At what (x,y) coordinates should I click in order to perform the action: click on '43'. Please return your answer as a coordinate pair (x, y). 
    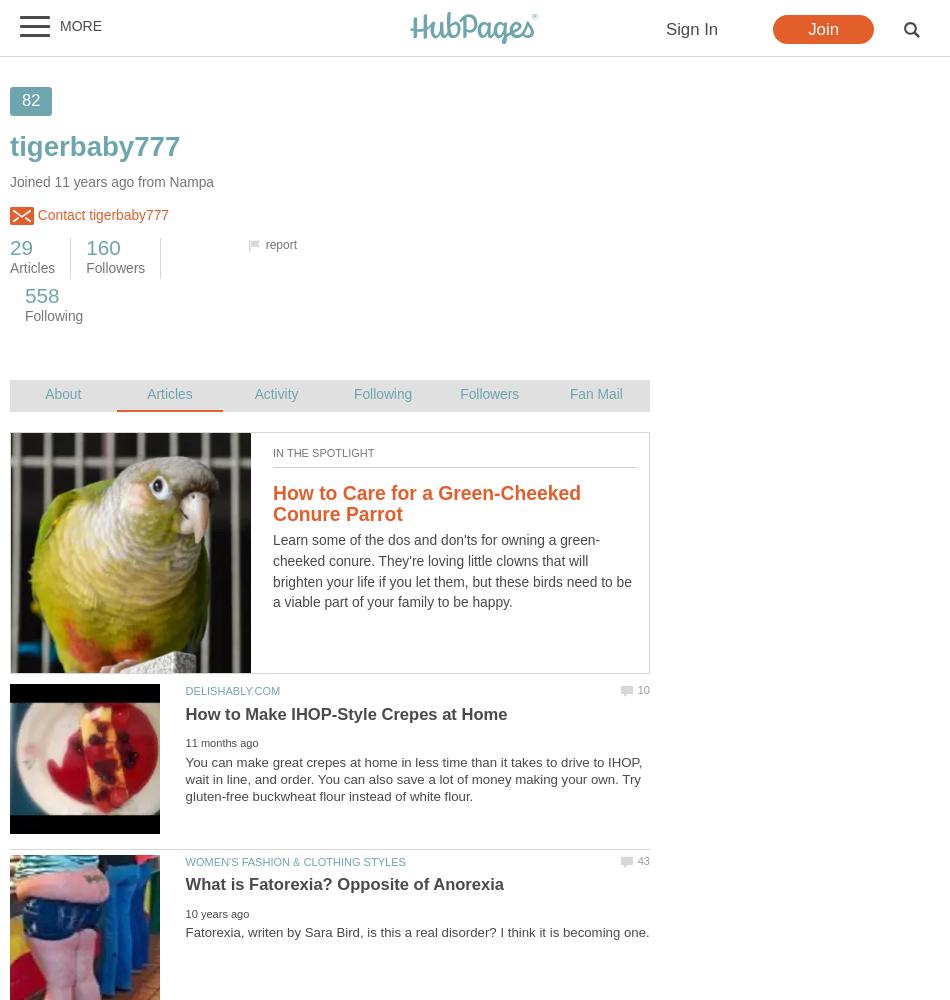
    Looking at the image, I should click on (636, 859).